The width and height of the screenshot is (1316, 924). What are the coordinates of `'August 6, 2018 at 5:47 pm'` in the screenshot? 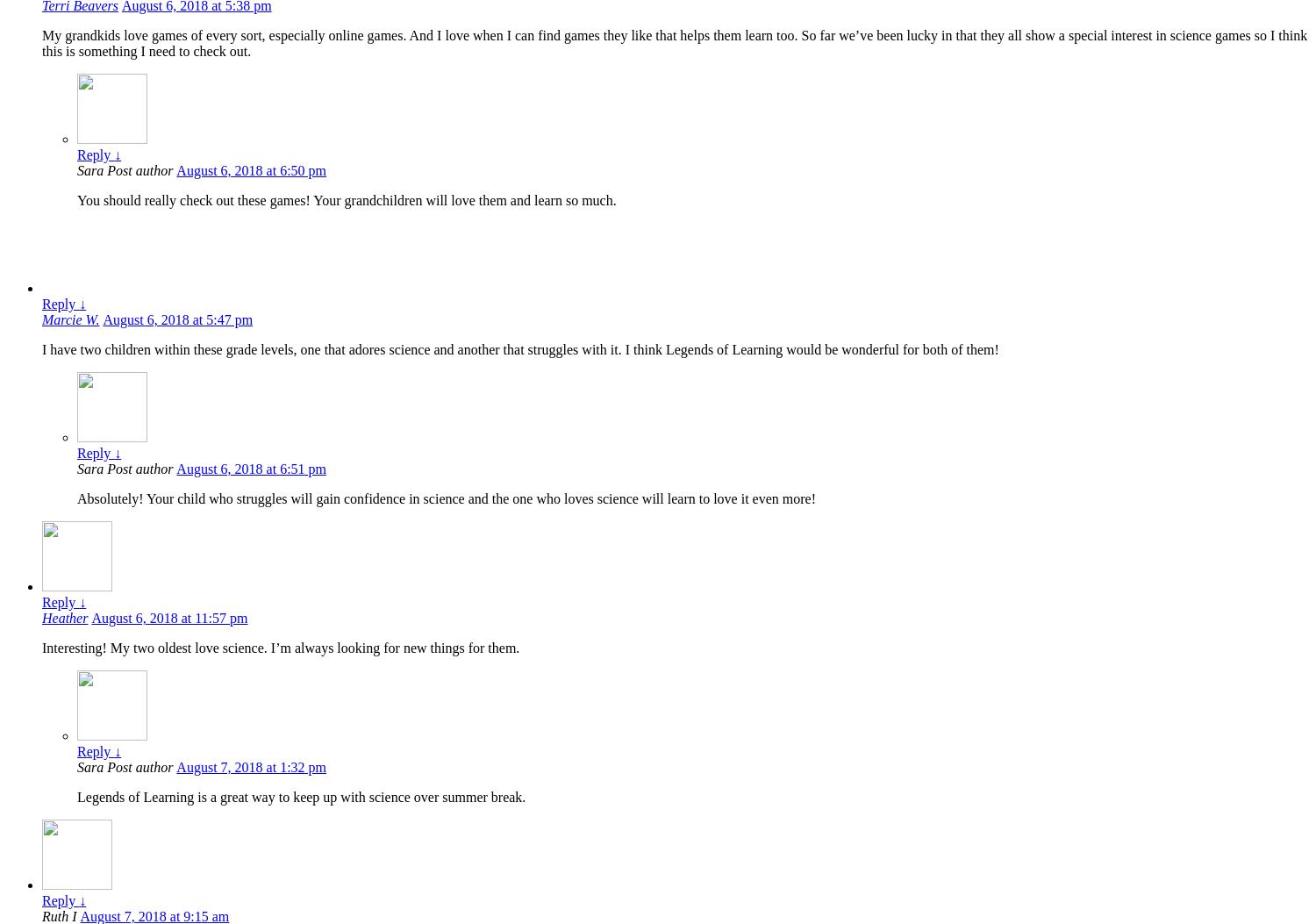 It's located at (176, 319).